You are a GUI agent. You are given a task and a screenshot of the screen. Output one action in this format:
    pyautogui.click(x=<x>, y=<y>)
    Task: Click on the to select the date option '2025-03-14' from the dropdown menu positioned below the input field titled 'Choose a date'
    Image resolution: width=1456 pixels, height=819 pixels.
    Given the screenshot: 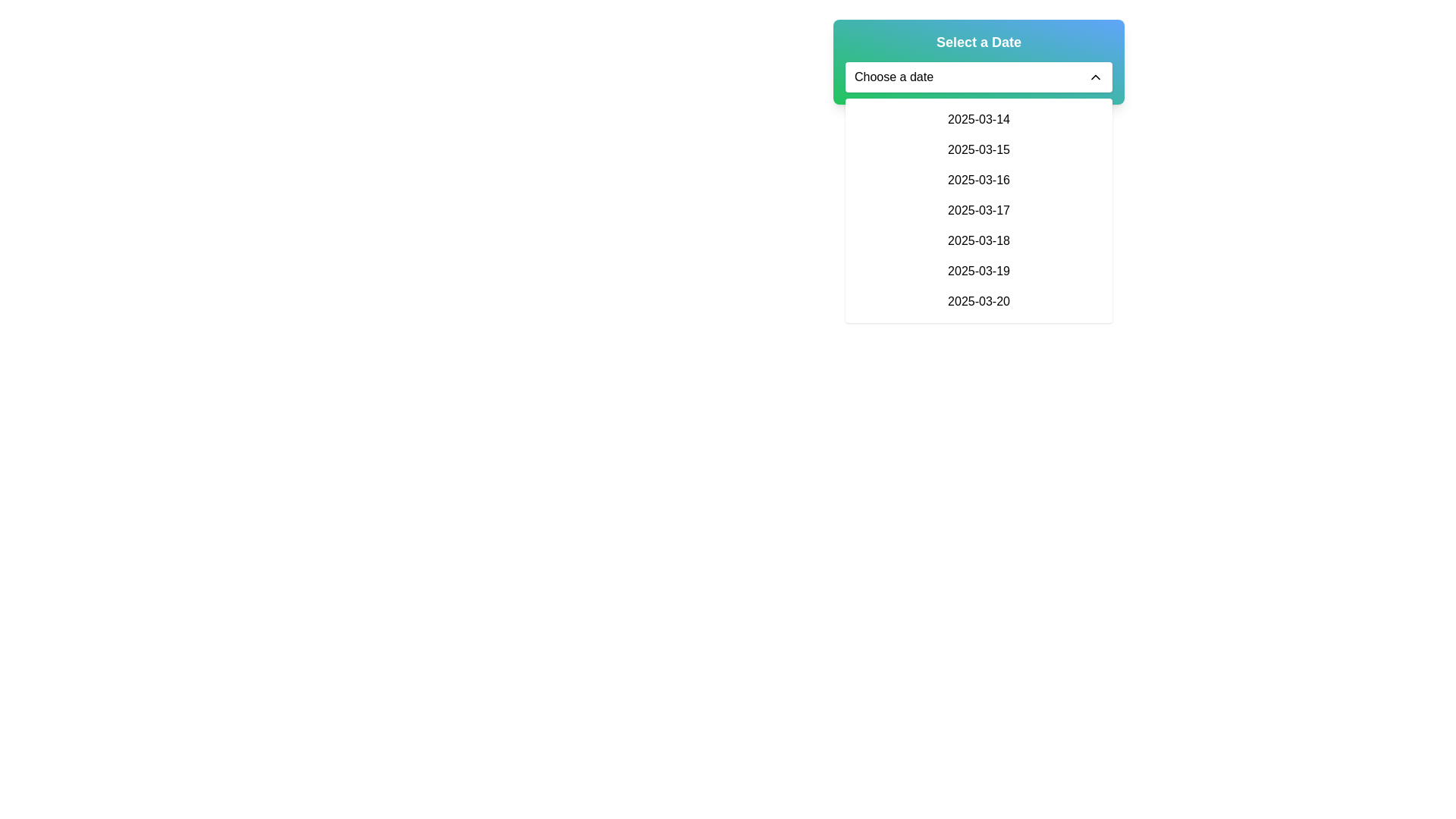 What is the action you would take?
    pyautogui.click(x=979, y=119)
    